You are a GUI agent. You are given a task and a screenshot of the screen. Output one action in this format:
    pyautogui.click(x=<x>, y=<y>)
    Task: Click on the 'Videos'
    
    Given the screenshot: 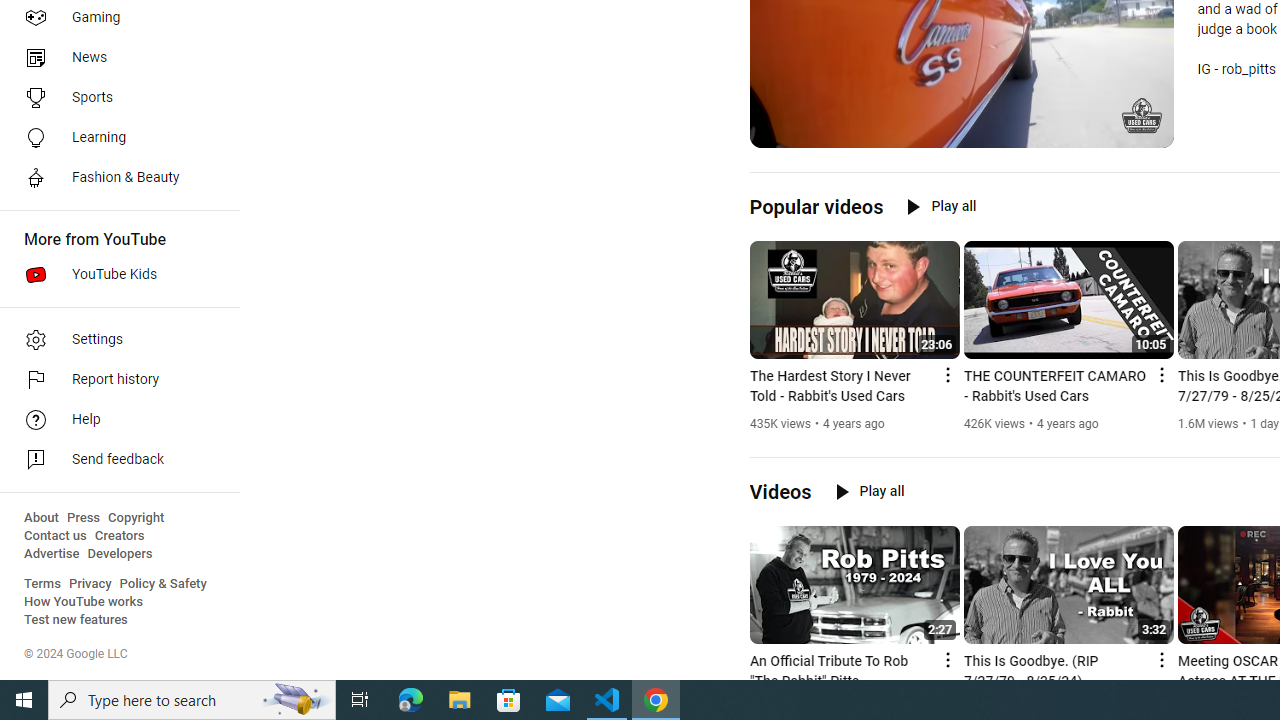 What is the action you would take?
    pyautogui.click(x=779, y=492)
    